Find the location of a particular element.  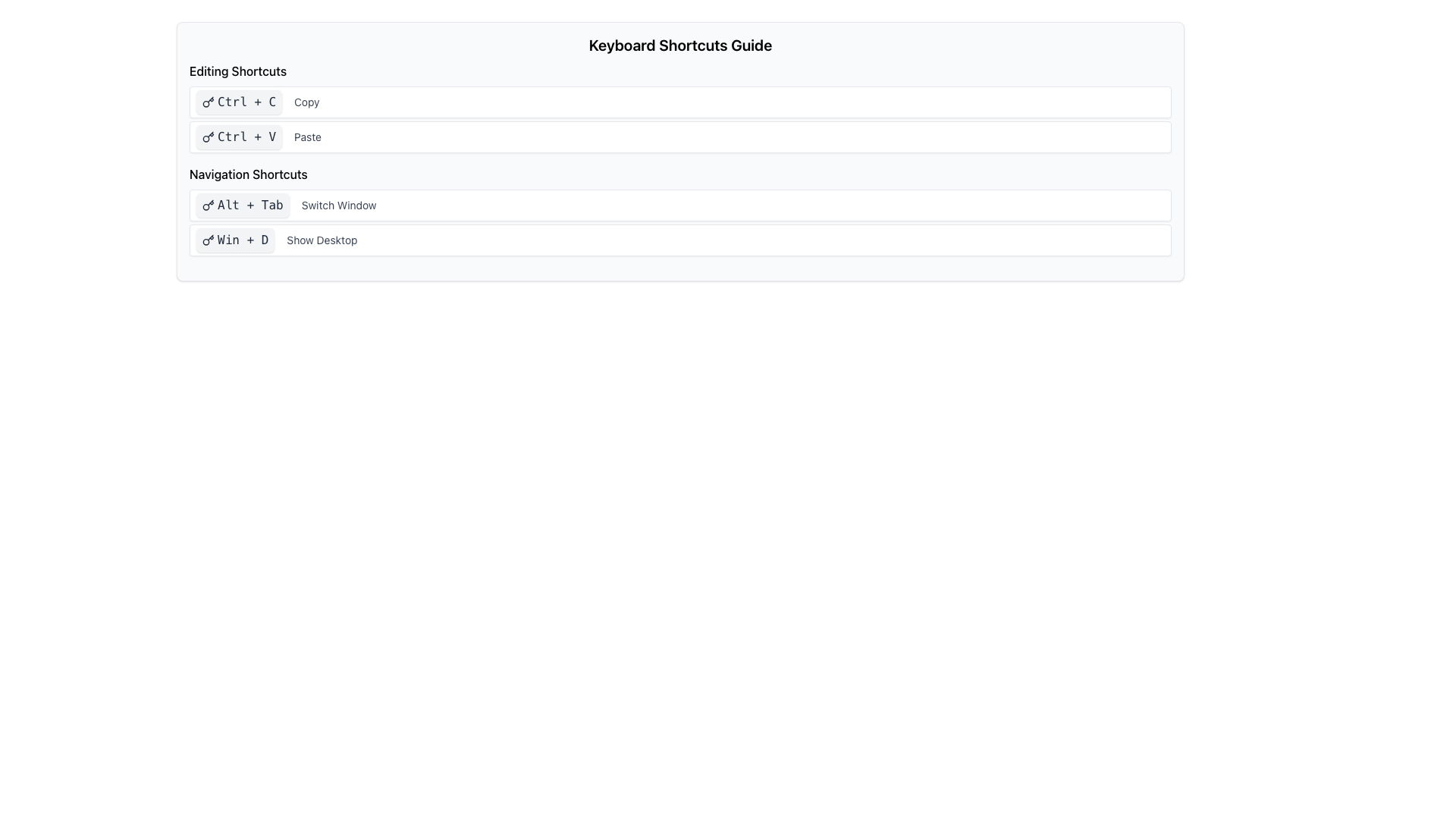

the text label 'Alt + Tab' in the second row of the 'Navigation Shortcuts' list, which indicates the keyboard shortcut for switching between windows is located at coordinates (250, 205).